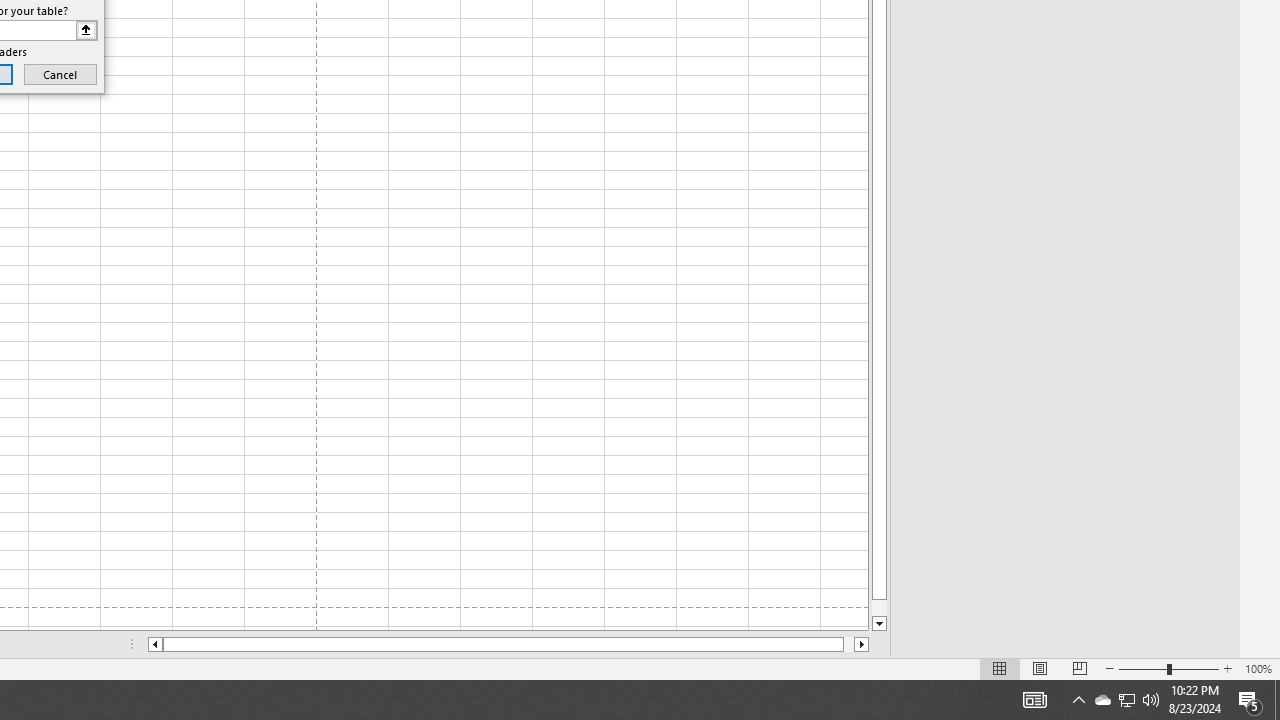 This screenshot has width=1280, height=720. What do you see at coordinates (879, 623) in the screenshot?
I see `'Line down'` at bounding box center [879, 623].